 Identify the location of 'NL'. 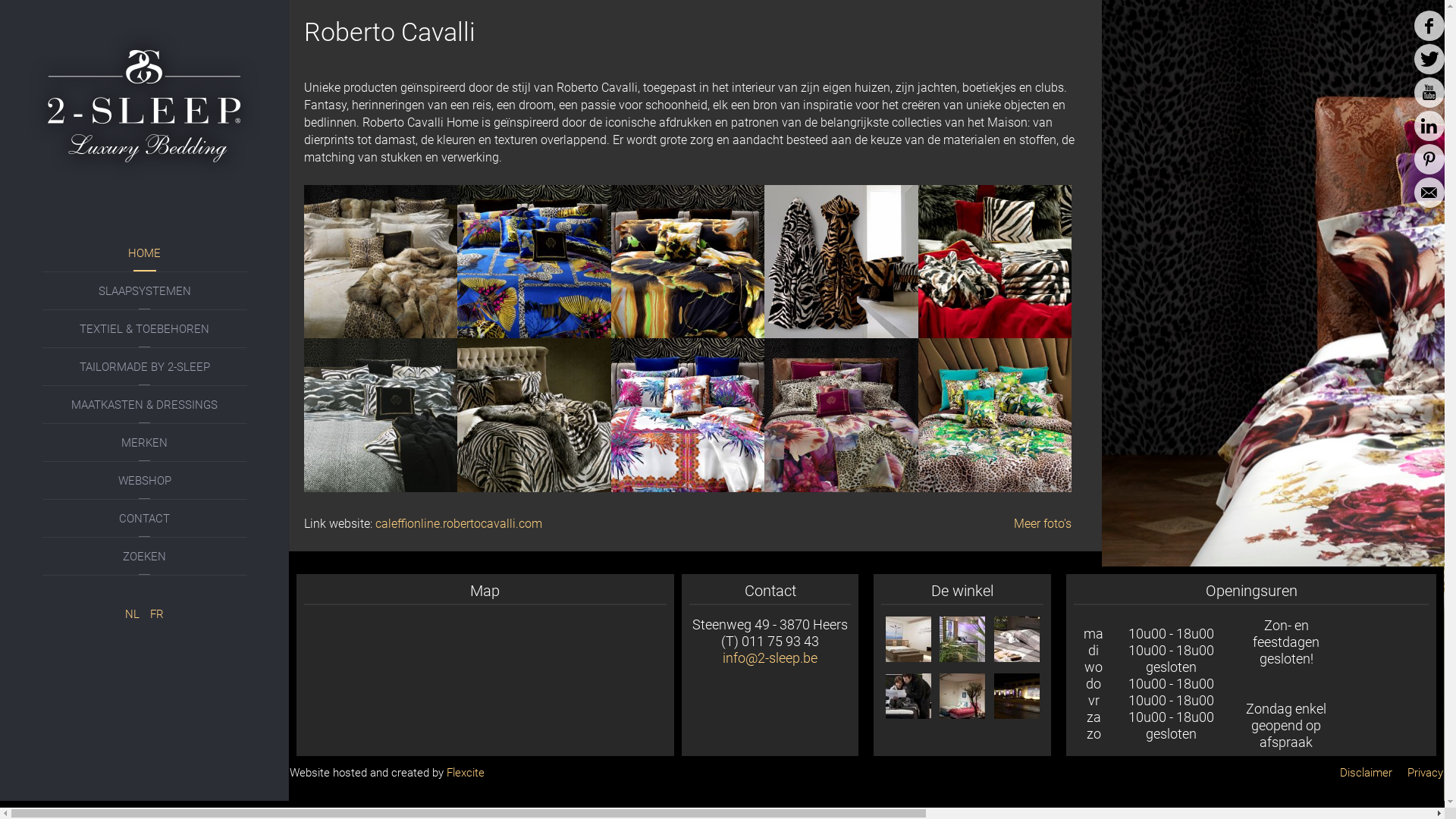
(133, 614).